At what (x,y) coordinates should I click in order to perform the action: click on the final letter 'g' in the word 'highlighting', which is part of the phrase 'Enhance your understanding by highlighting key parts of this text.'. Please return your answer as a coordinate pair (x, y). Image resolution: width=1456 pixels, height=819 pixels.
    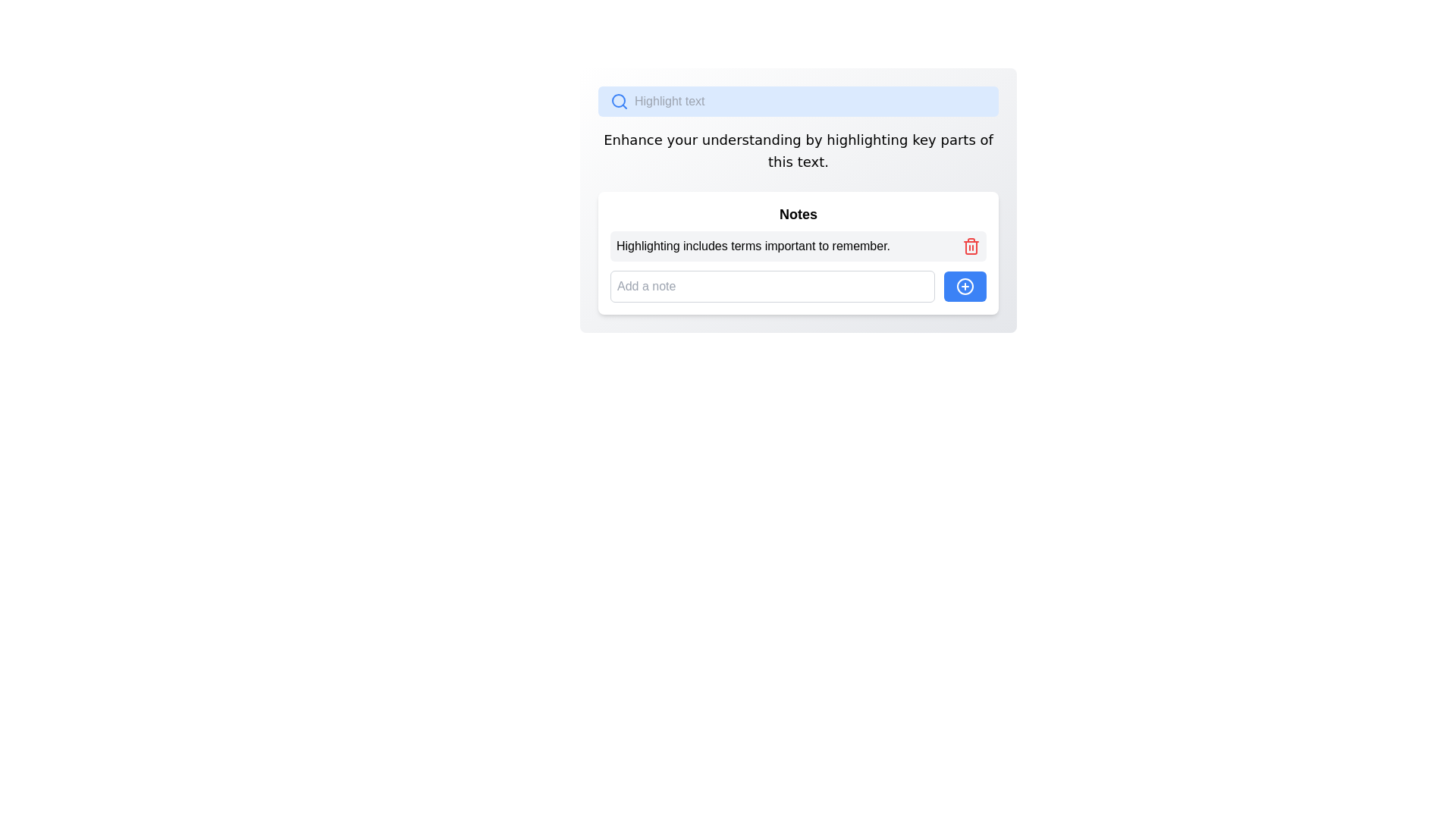
    Looking at the image, I should click on (884, 140).